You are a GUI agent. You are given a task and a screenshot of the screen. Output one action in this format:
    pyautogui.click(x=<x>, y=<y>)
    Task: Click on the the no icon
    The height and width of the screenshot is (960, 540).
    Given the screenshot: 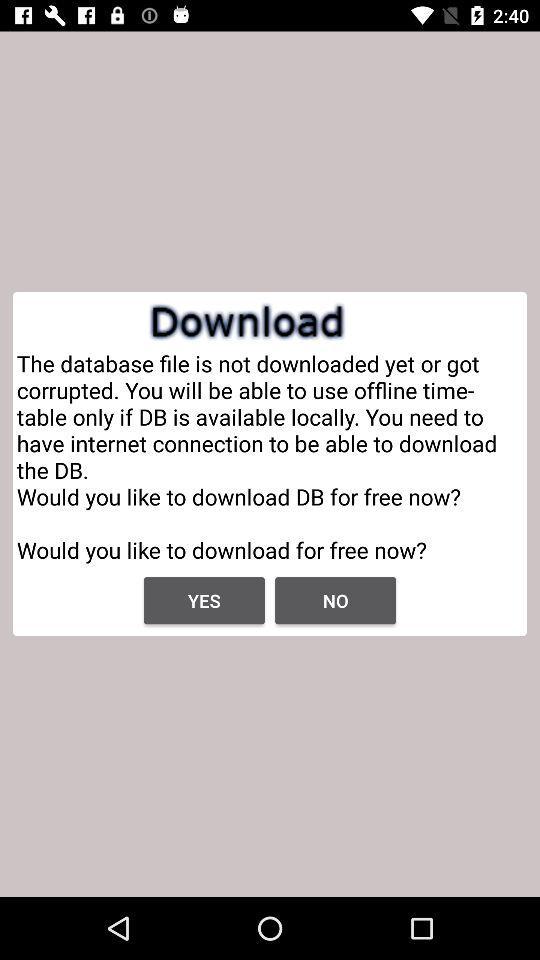 What is the action you would take?
    pyautogui.click(x=335, y=600)
    